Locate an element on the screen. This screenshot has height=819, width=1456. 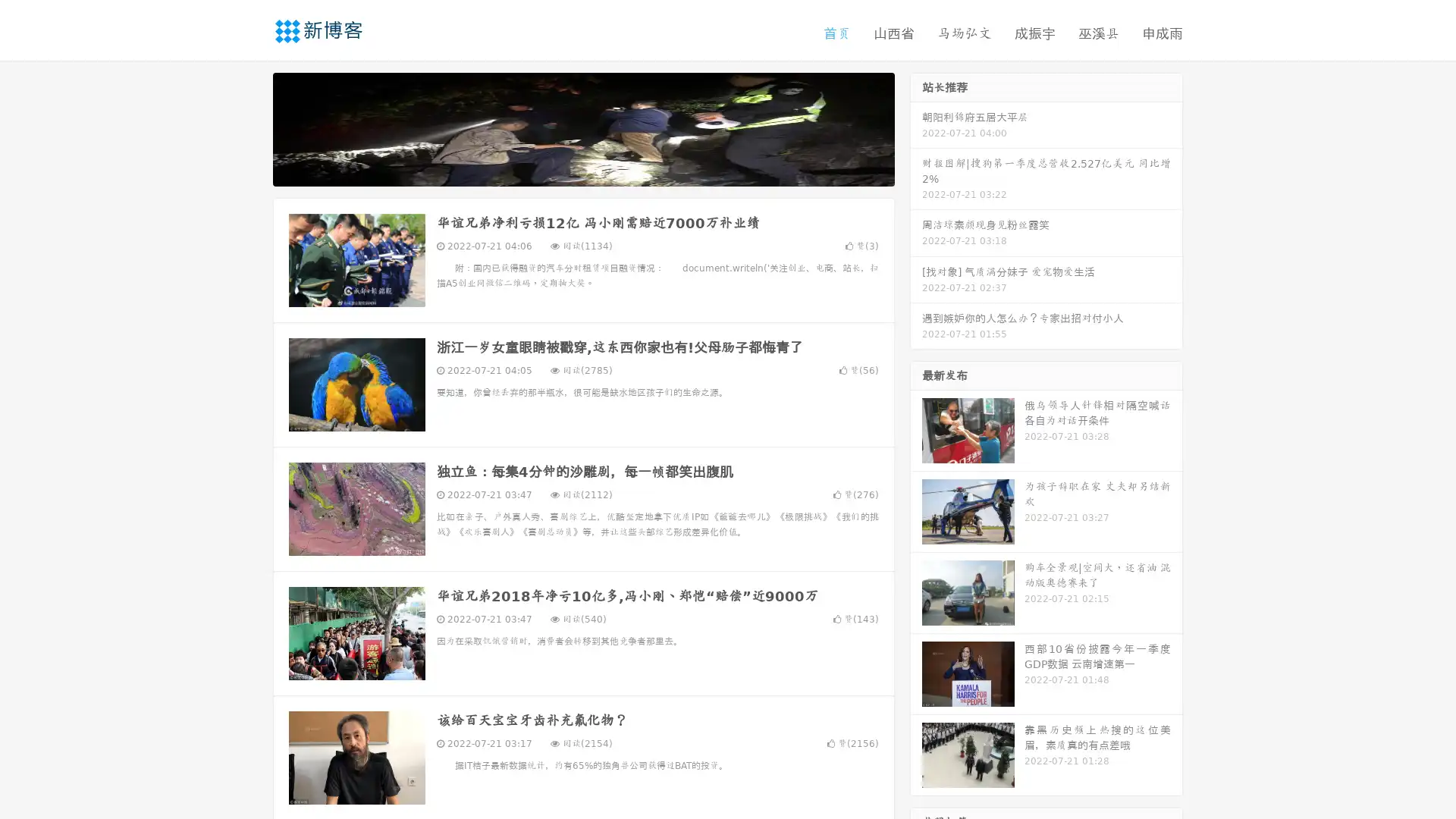
Go to slide 2 is located at coordinates (582, 171).